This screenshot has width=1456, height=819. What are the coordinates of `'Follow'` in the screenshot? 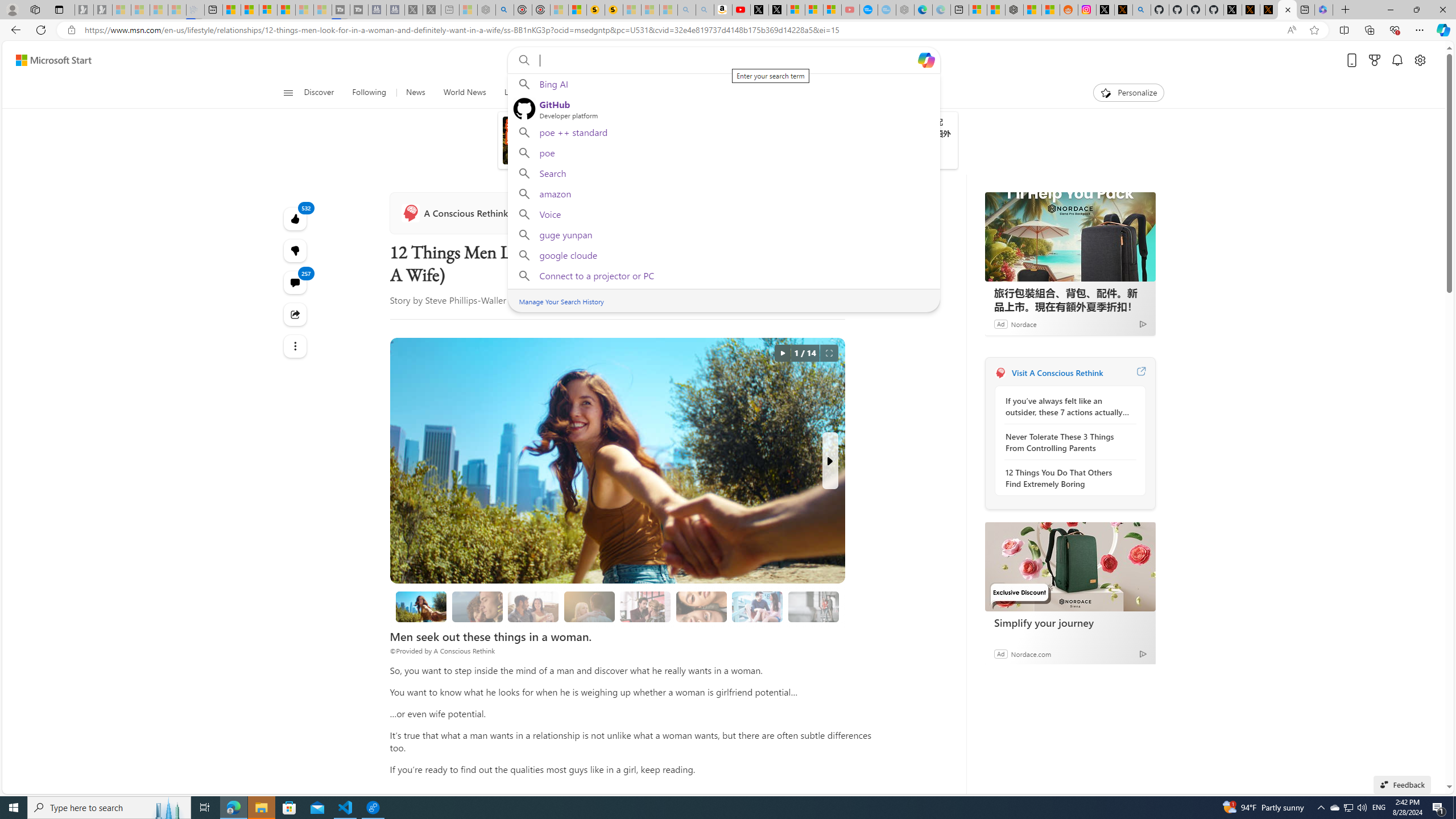 It's located at (538, 213).